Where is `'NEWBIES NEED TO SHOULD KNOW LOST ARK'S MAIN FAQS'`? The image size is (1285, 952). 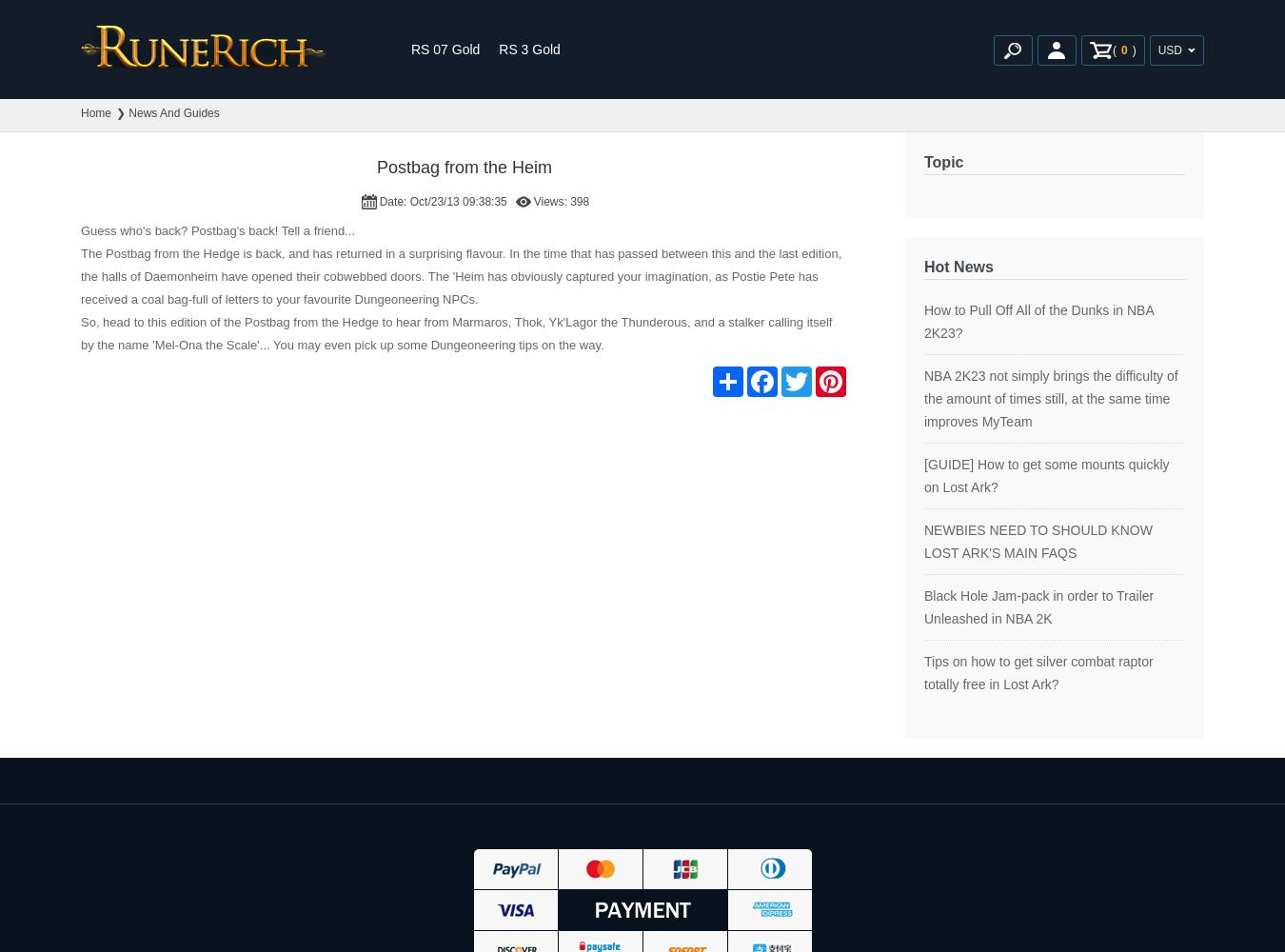
'NEWBIES NEED TO SHOULD KNOW LOST ARK'S MAIN FAQS' is located at coordinates (923, 541).